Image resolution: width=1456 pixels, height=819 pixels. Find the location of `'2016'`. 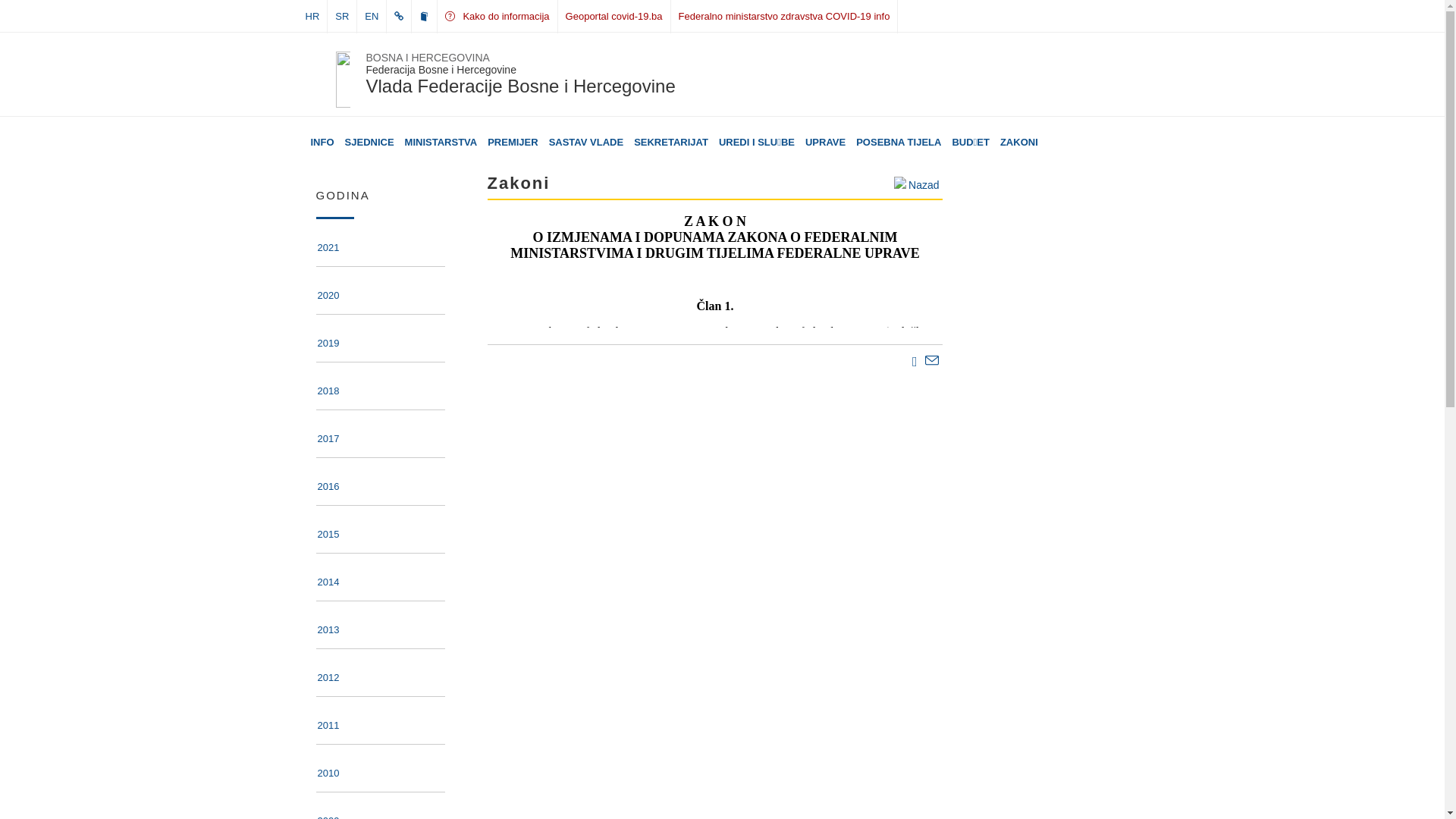

'2016' is located at coordinates (327, 488).